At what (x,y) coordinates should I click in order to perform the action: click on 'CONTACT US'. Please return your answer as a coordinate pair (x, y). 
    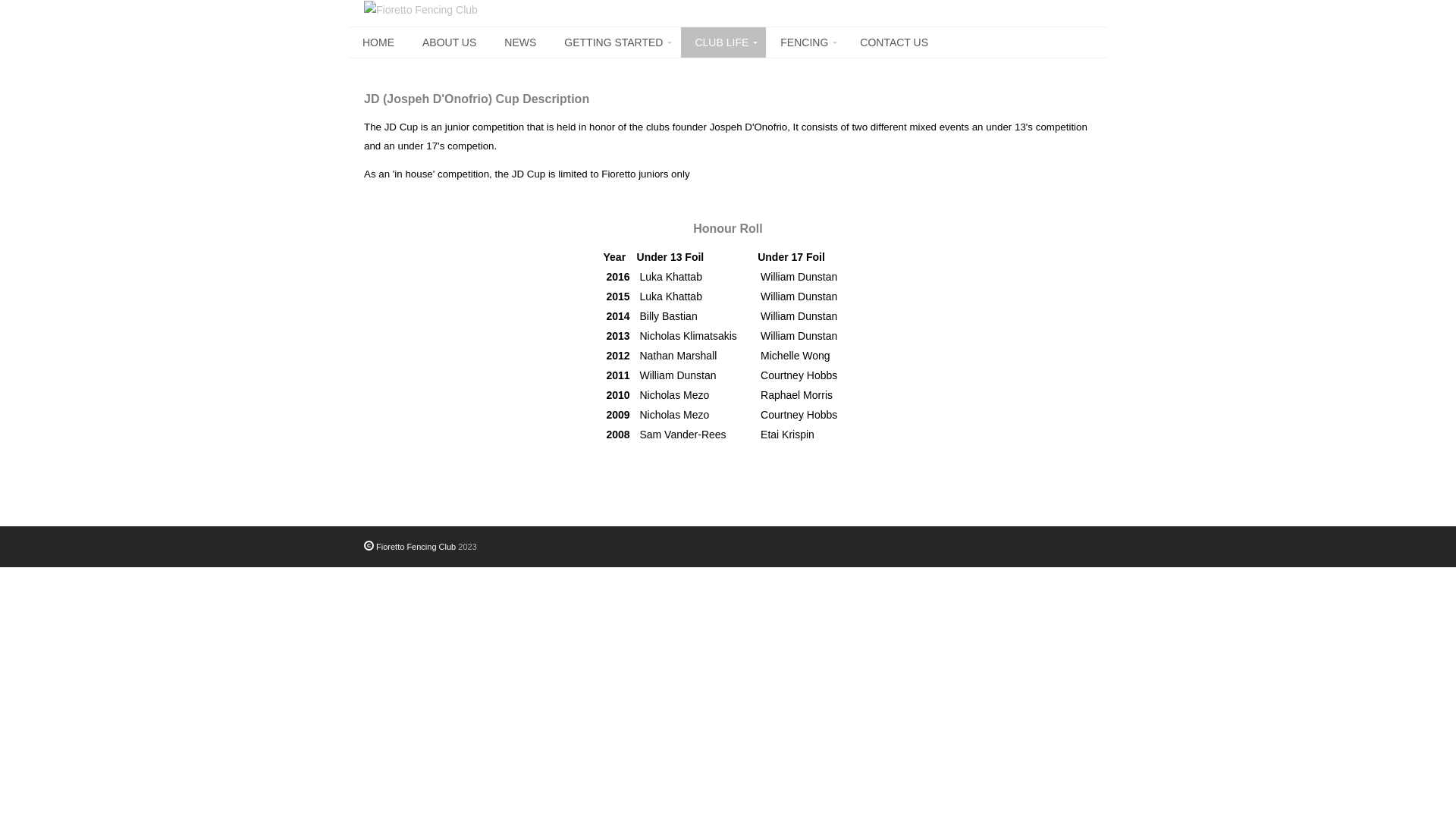
    Looking at the image, I should click on (894, 42).